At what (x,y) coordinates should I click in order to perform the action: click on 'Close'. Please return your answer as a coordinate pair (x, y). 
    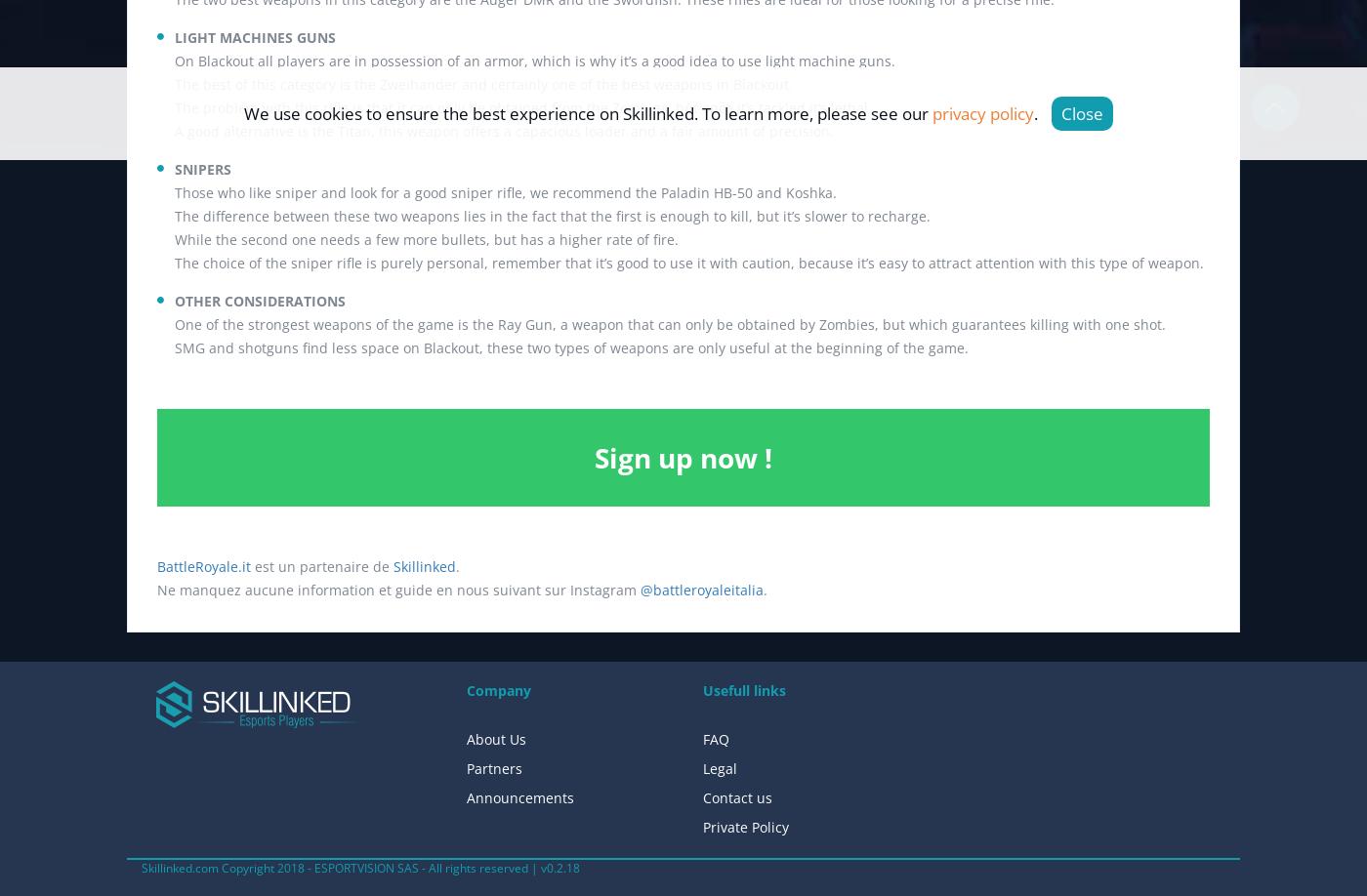
    Looking at the image, I should click on (1082, 112).